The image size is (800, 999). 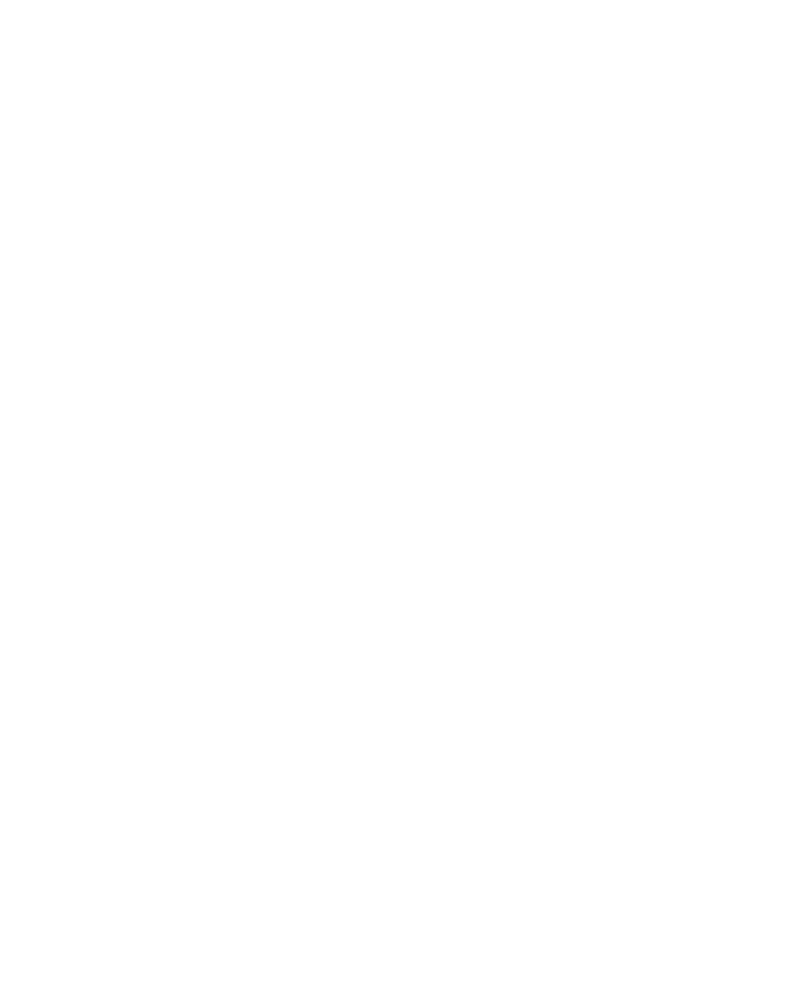 What do you see at coordinates (347, 441) in the screenshot?
I see `'Neutrik has announced several new REAN airtight connectors designed for connectivity when used outdoors and in other potentially harsh environments.'` at bounding box center [347, 441].